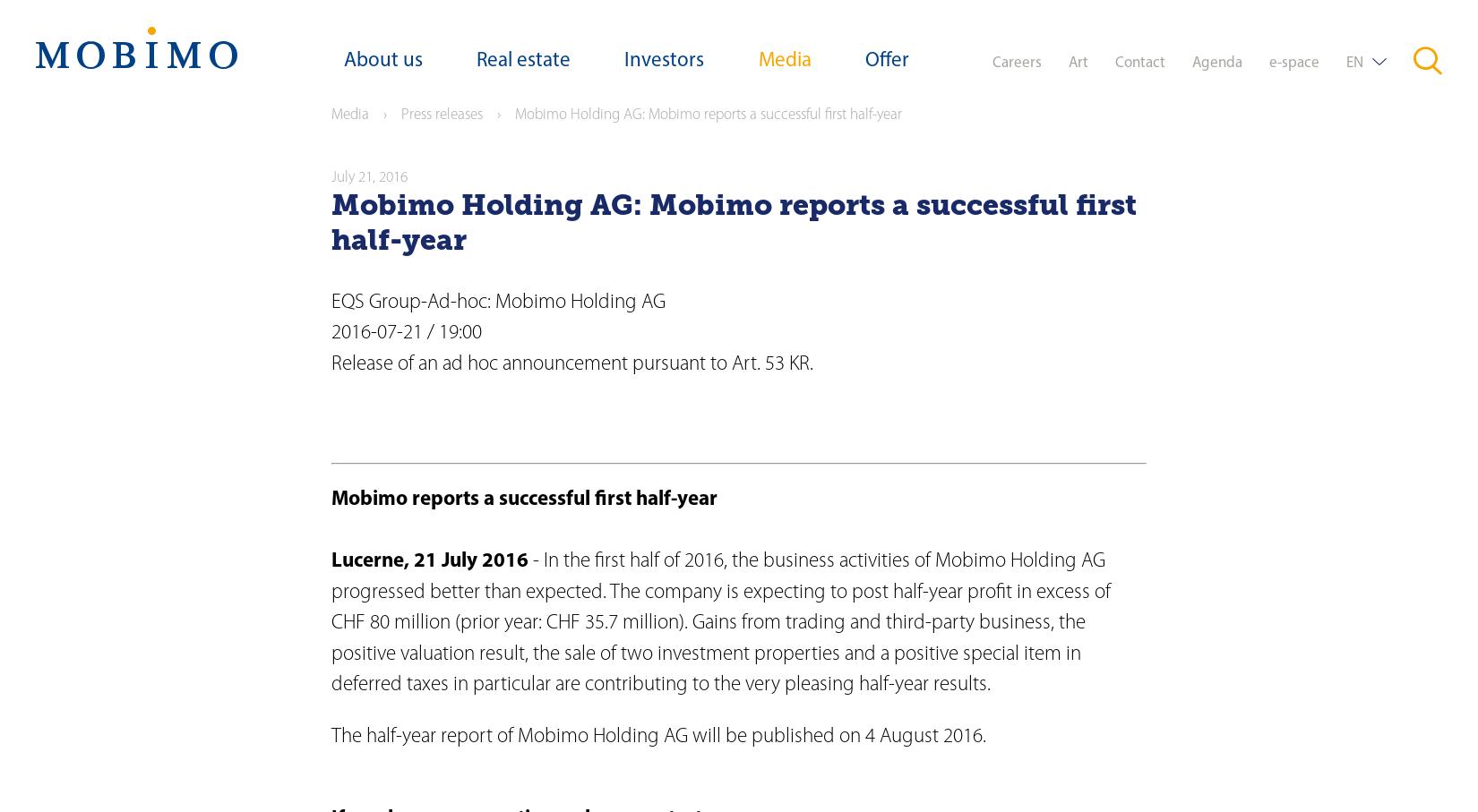 The width and height of the screenshot is (1478, 812). Describe the element at coordinates (991, 63) in the screenshot. I see `'Careers'` at that location.